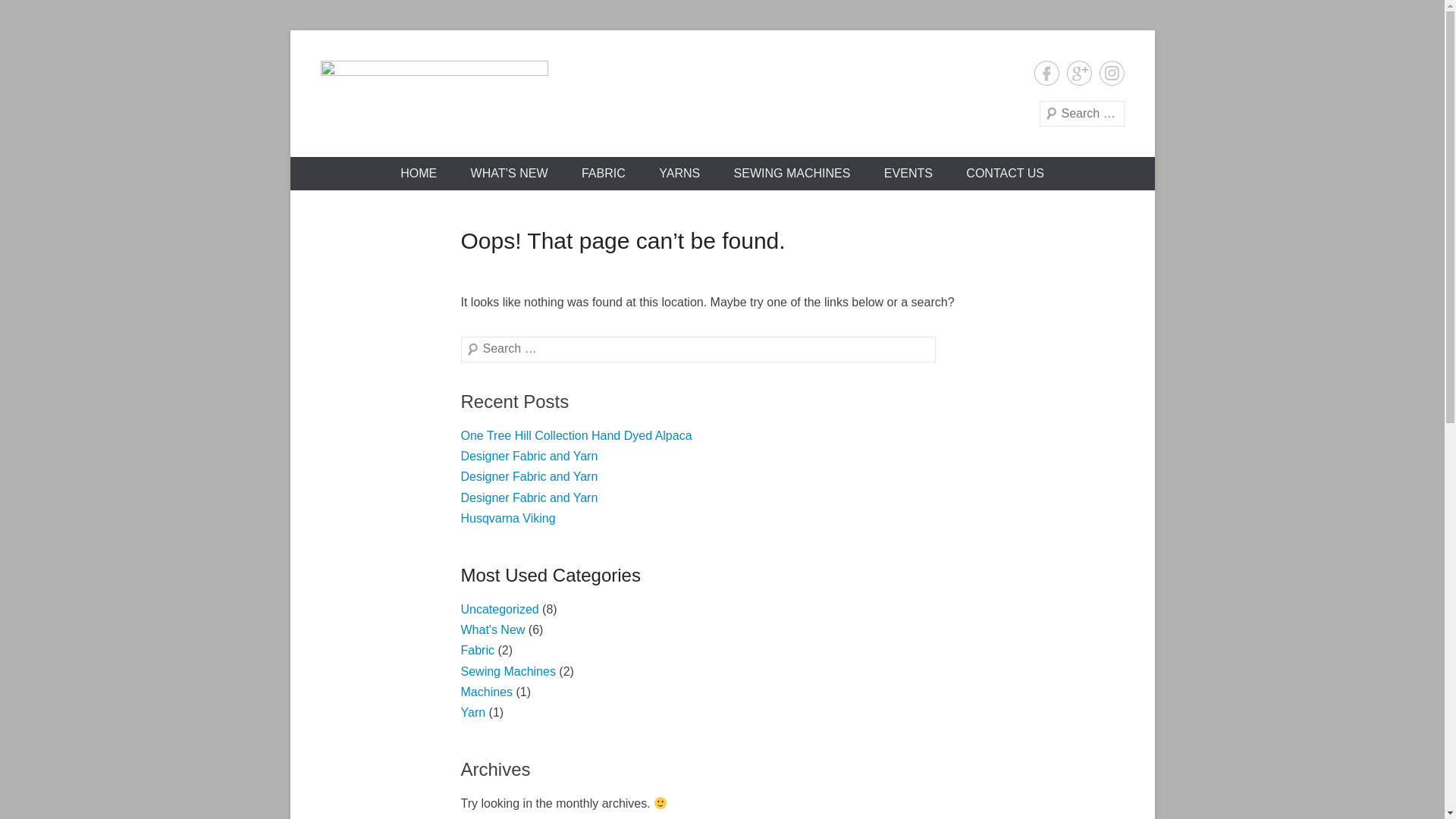  I want to click on 'YARNS', so click(679, 172).